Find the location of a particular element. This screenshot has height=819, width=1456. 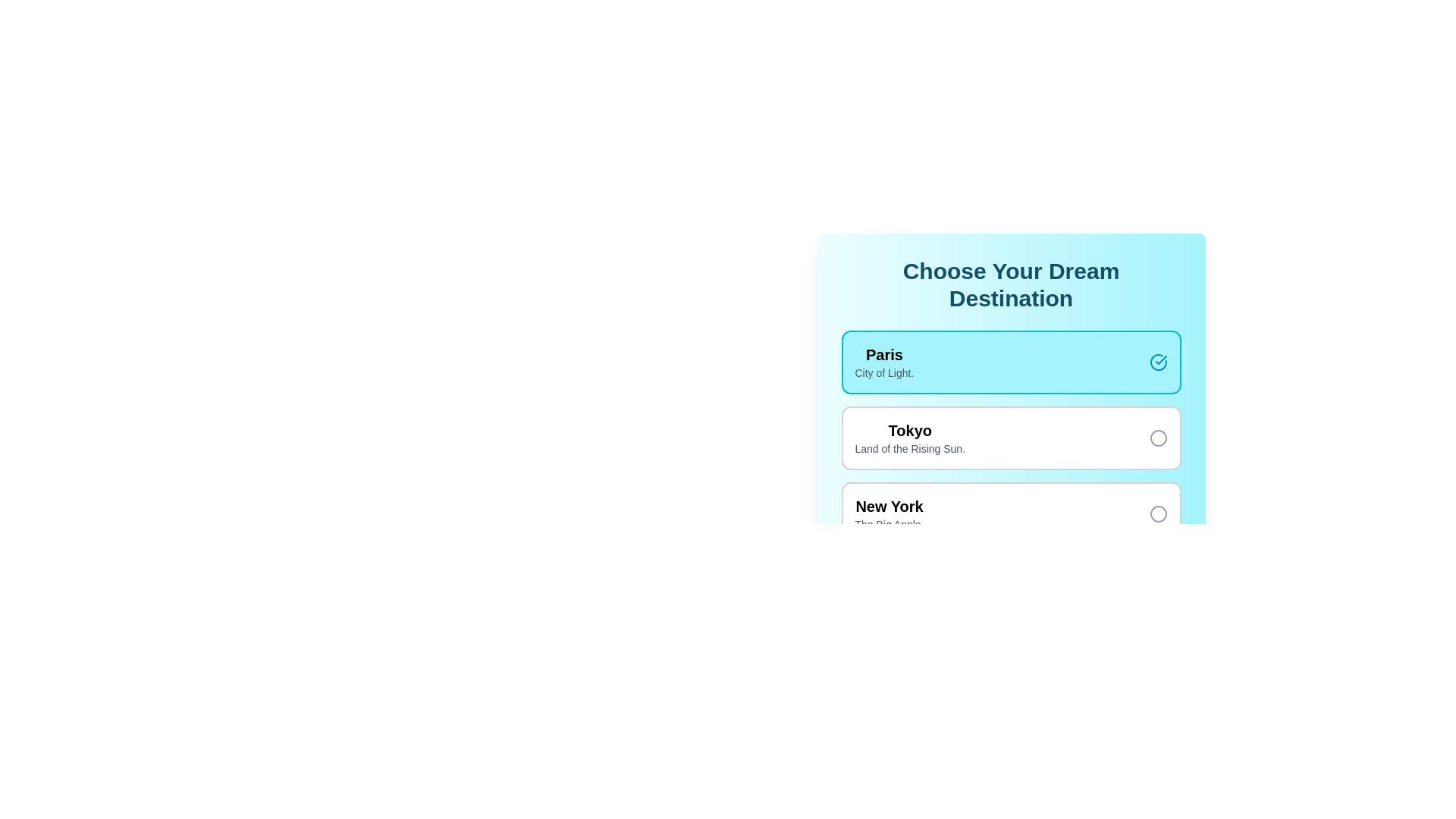

the grouped list element containing selectable options for destinations, styled with a light cyan background and positioned below the 'Paris' option is located at coordinates (1011, 475).